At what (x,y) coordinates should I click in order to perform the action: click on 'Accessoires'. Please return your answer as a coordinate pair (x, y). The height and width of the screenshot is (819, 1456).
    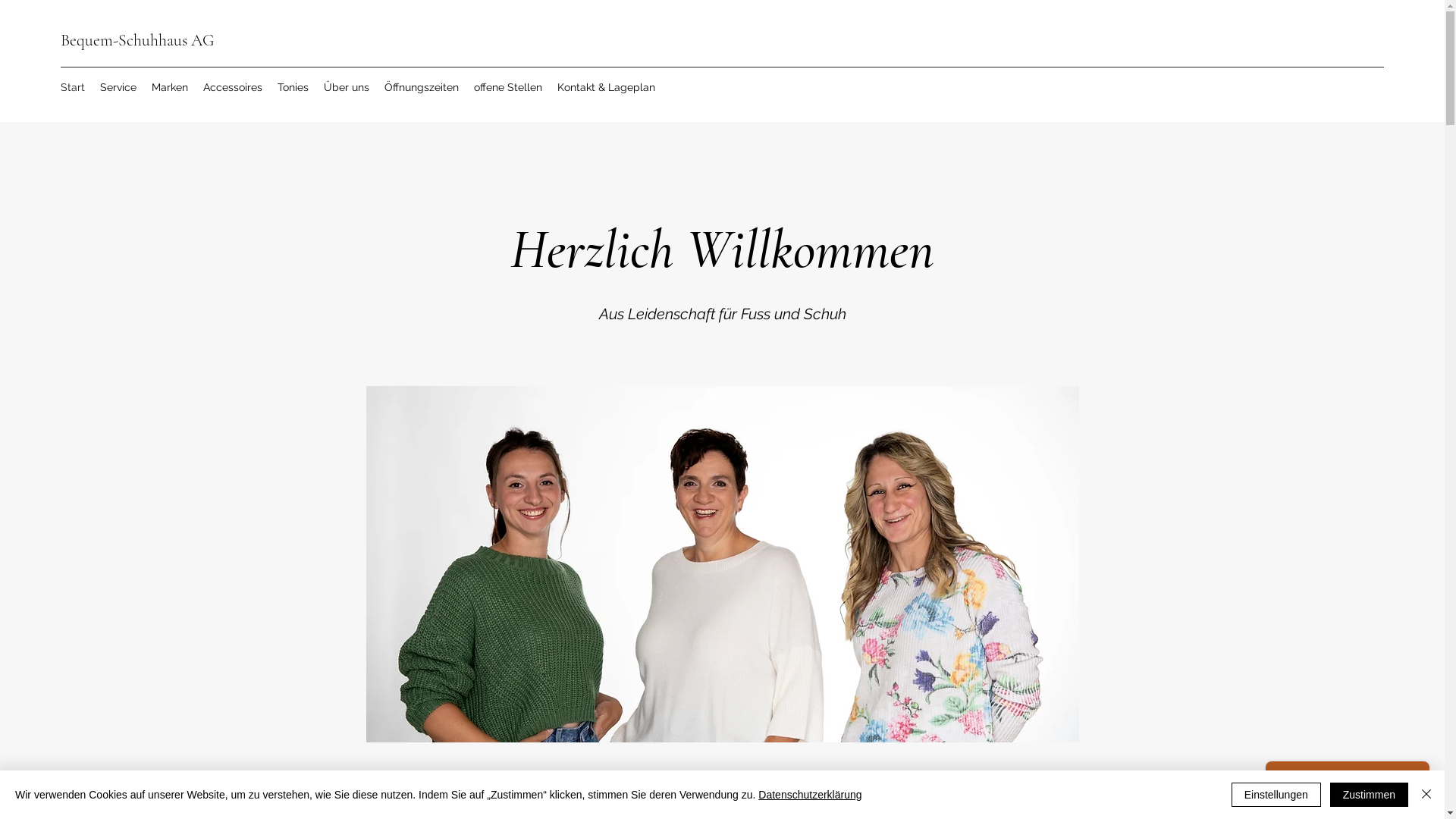
    Looking at the image, I should click on (232, 87).